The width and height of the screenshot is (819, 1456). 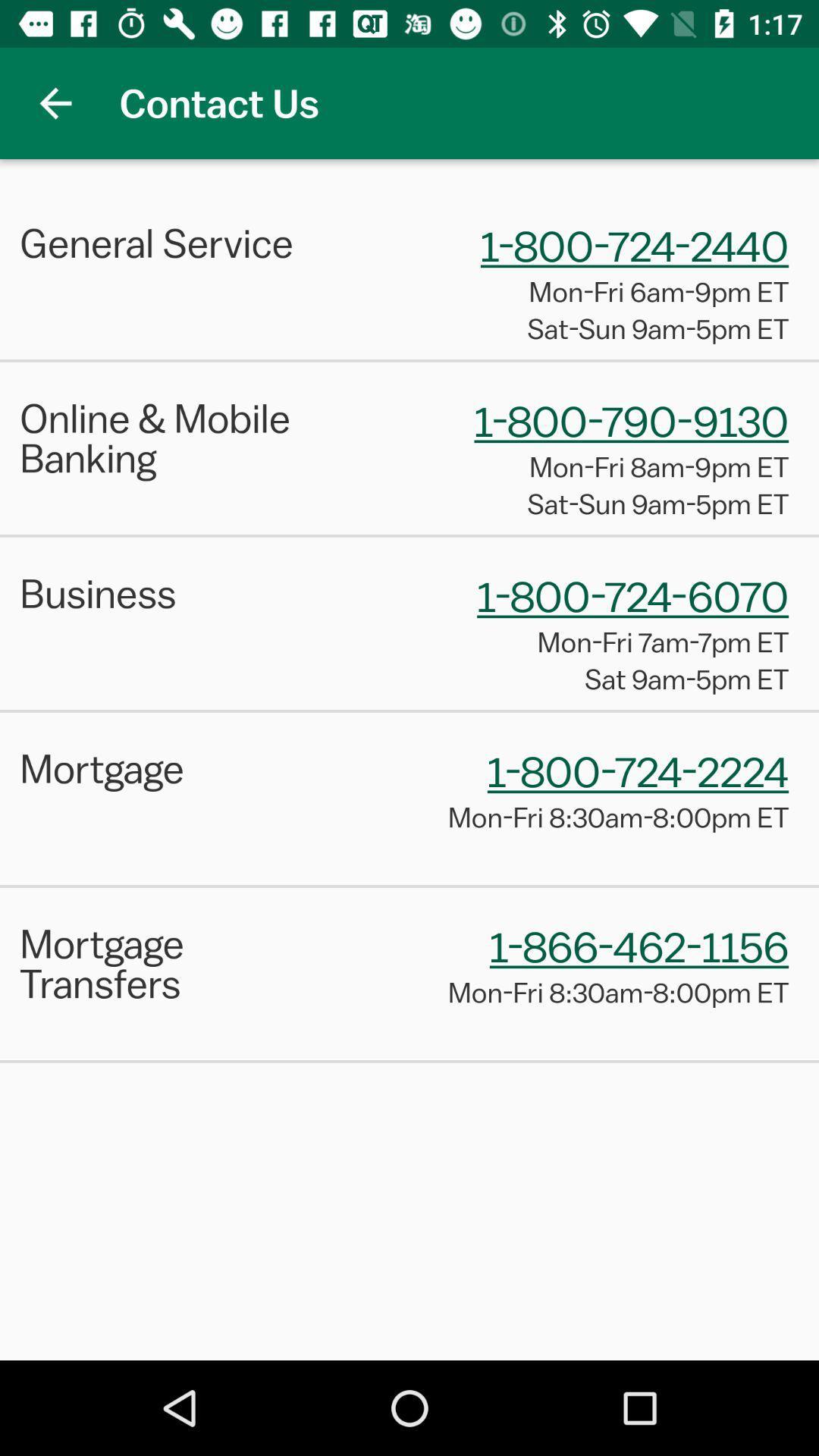 What do you see at coordinates (178, 437) in the screenshot?
I see `item to the left of 1 800 790 icon` at bounding box center [178, 437].